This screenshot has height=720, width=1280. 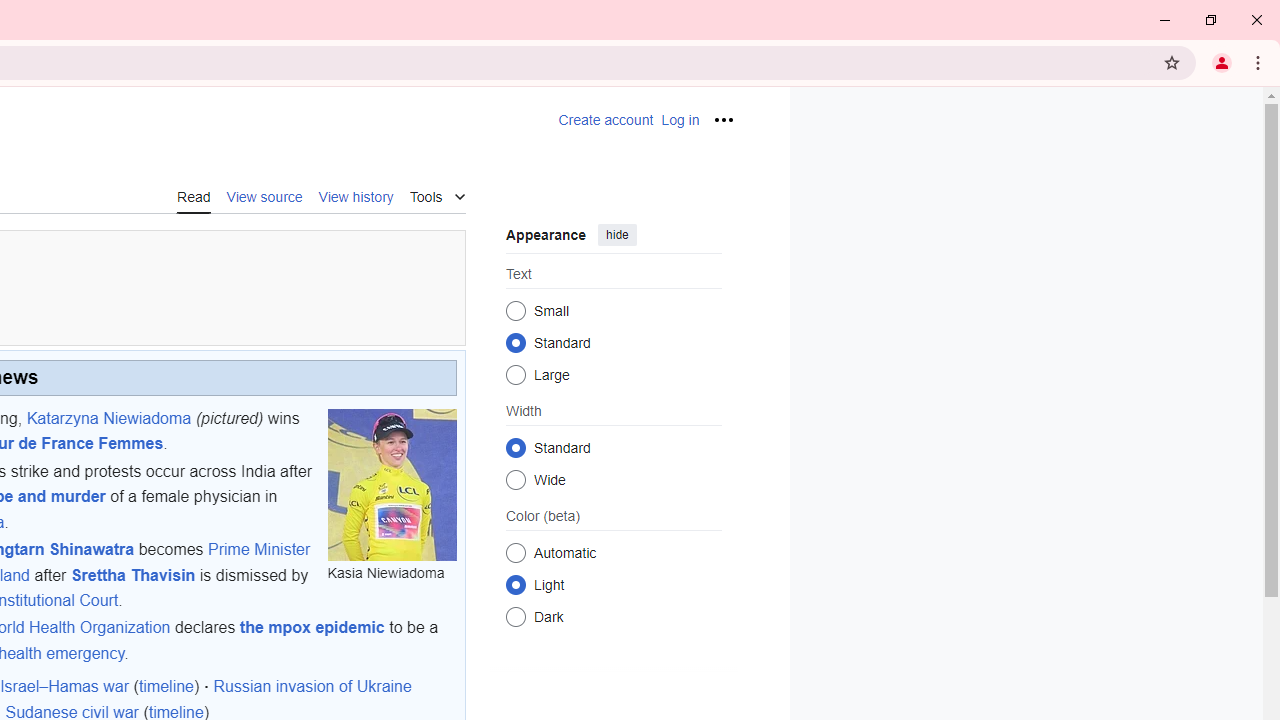 I want to click on 'Large', so click(x=515, y=374).